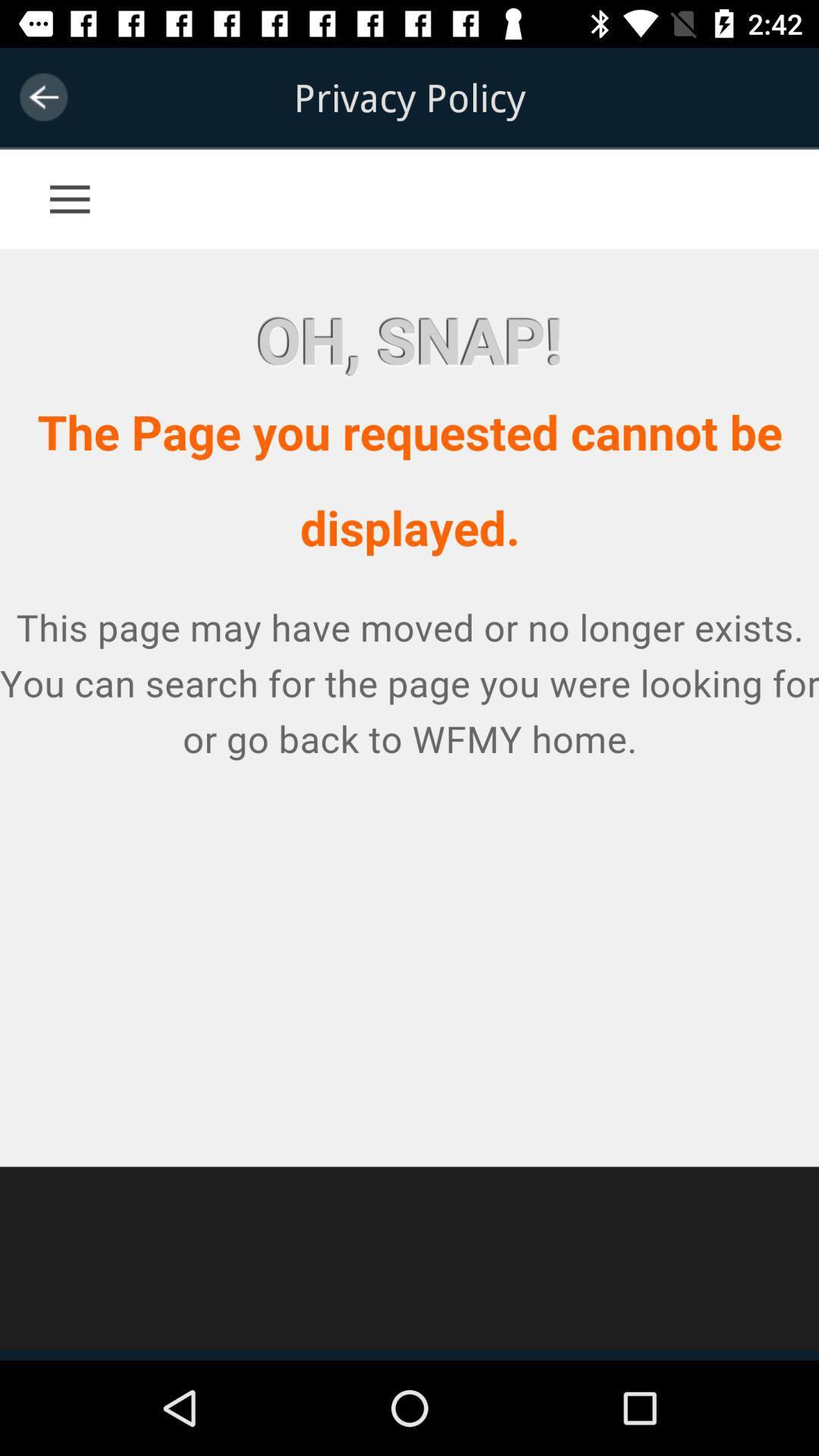  I want to click on the arrow_backward icon, so click(42, 96).